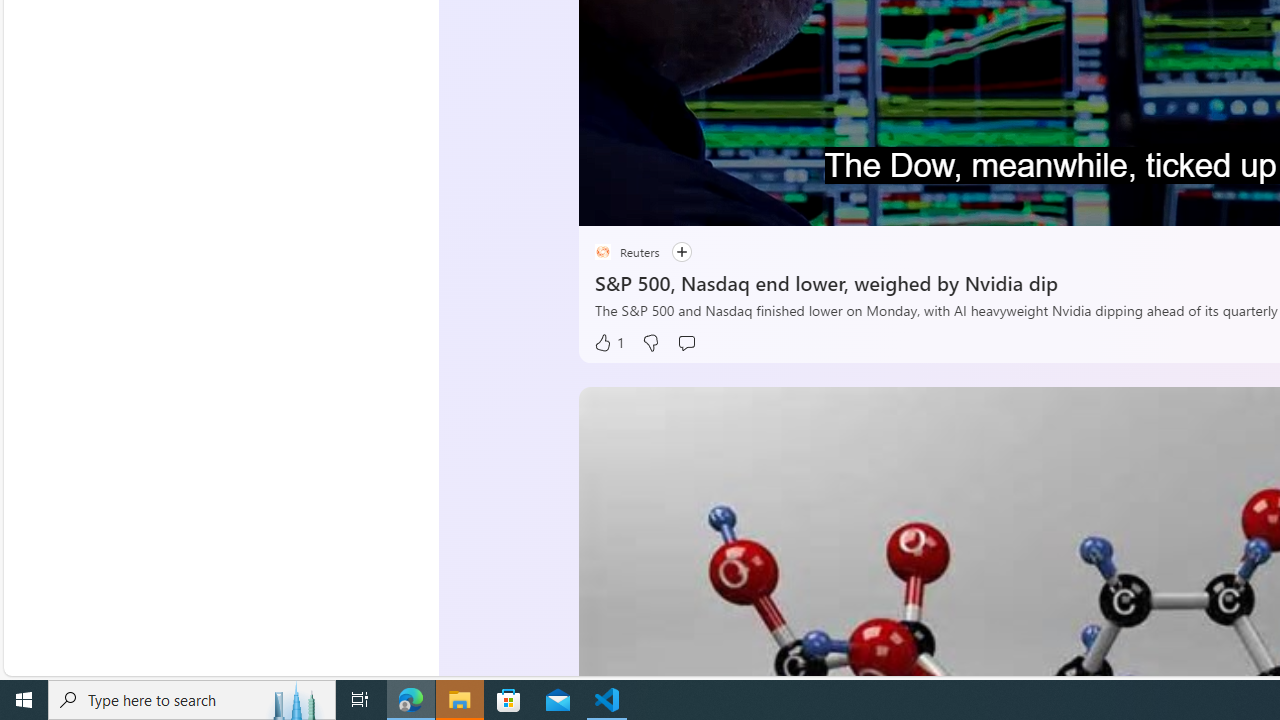 The width and height of the screenshot is (1280, 720). I want to click on 'Pause', so click(607, 203).